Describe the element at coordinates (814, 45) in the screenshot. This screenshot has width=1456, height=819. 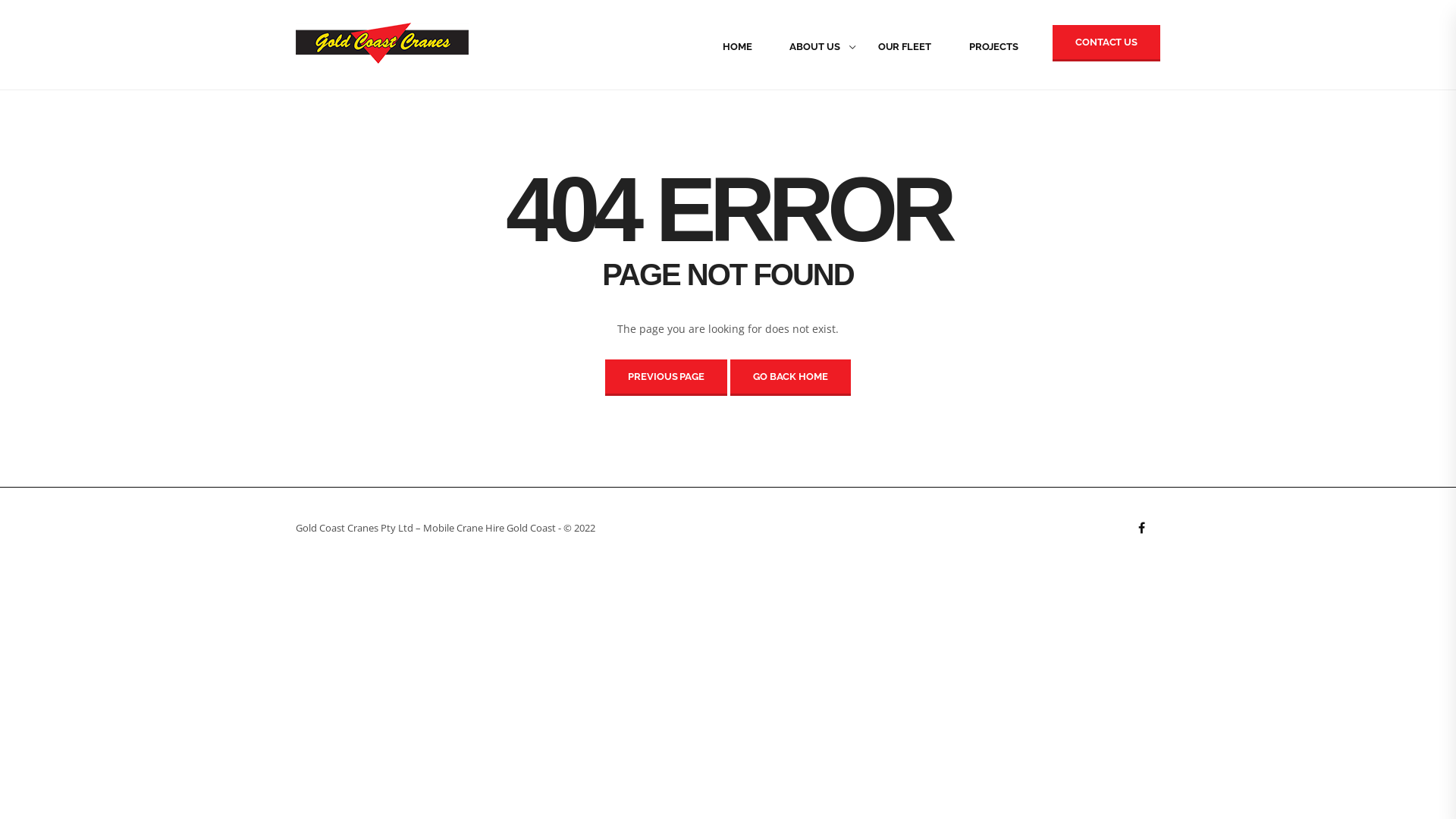
I see `'ABOUT US'` at that location.